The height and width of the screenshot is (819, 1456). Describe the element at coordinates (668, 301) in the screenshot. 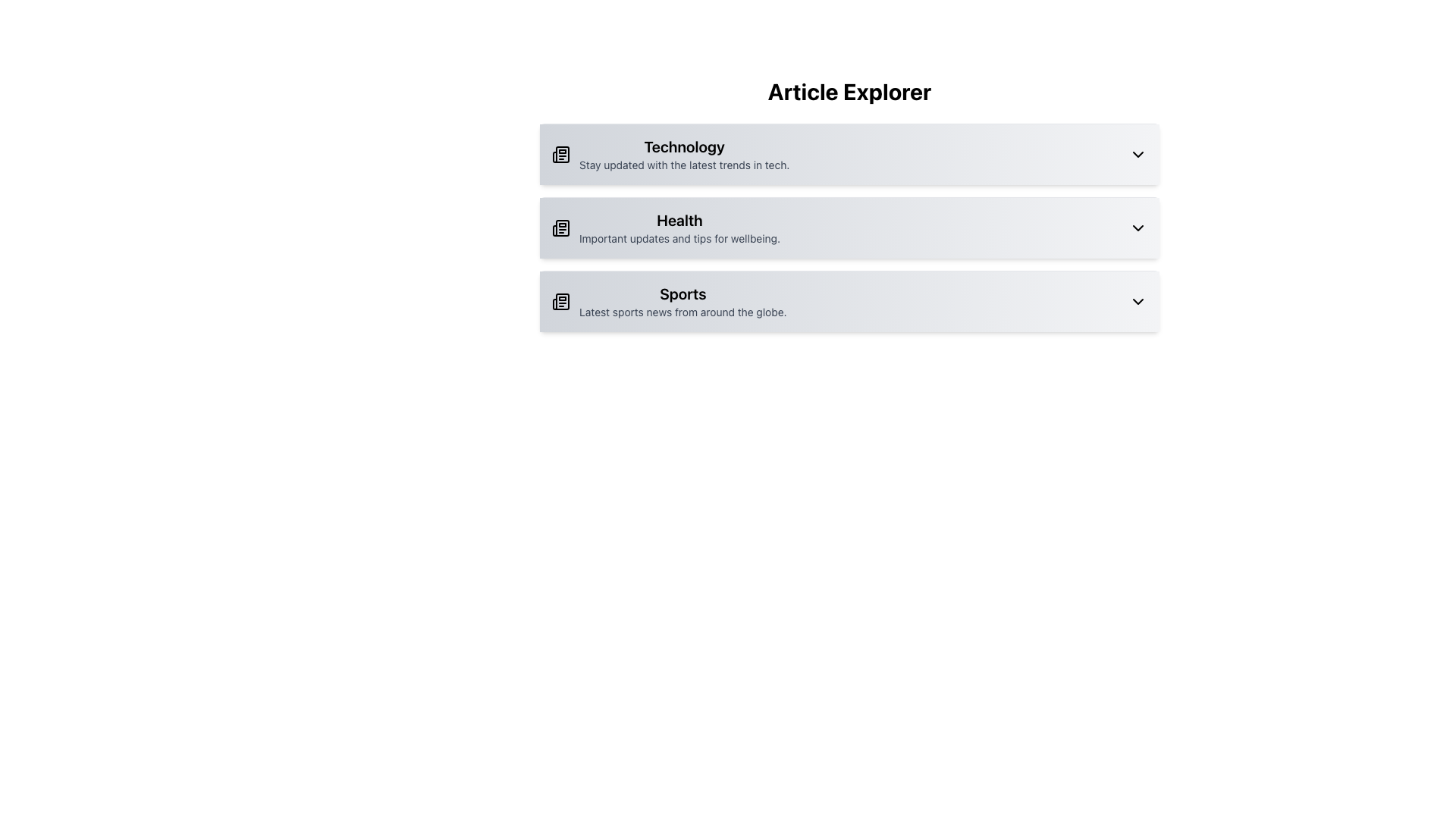

I see `third item in the vertically aligned navigational list that provides access to the 'Sports' section, located centrally below the 'Health' entry` at that location.